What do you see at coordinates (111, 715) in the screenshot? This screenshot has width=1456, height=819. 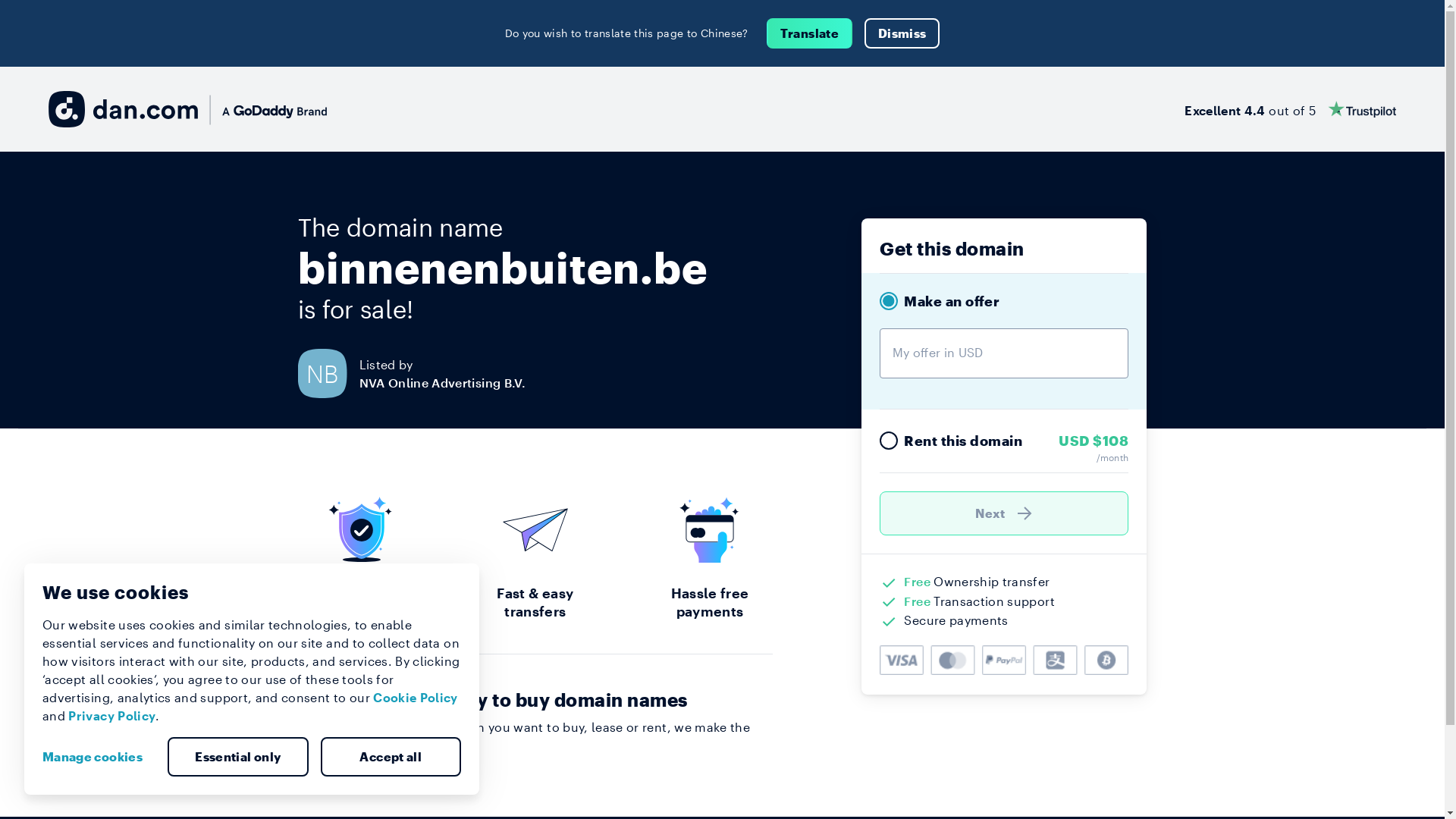 I see `'Privacy Policy'` at bounding box center [111, 715].